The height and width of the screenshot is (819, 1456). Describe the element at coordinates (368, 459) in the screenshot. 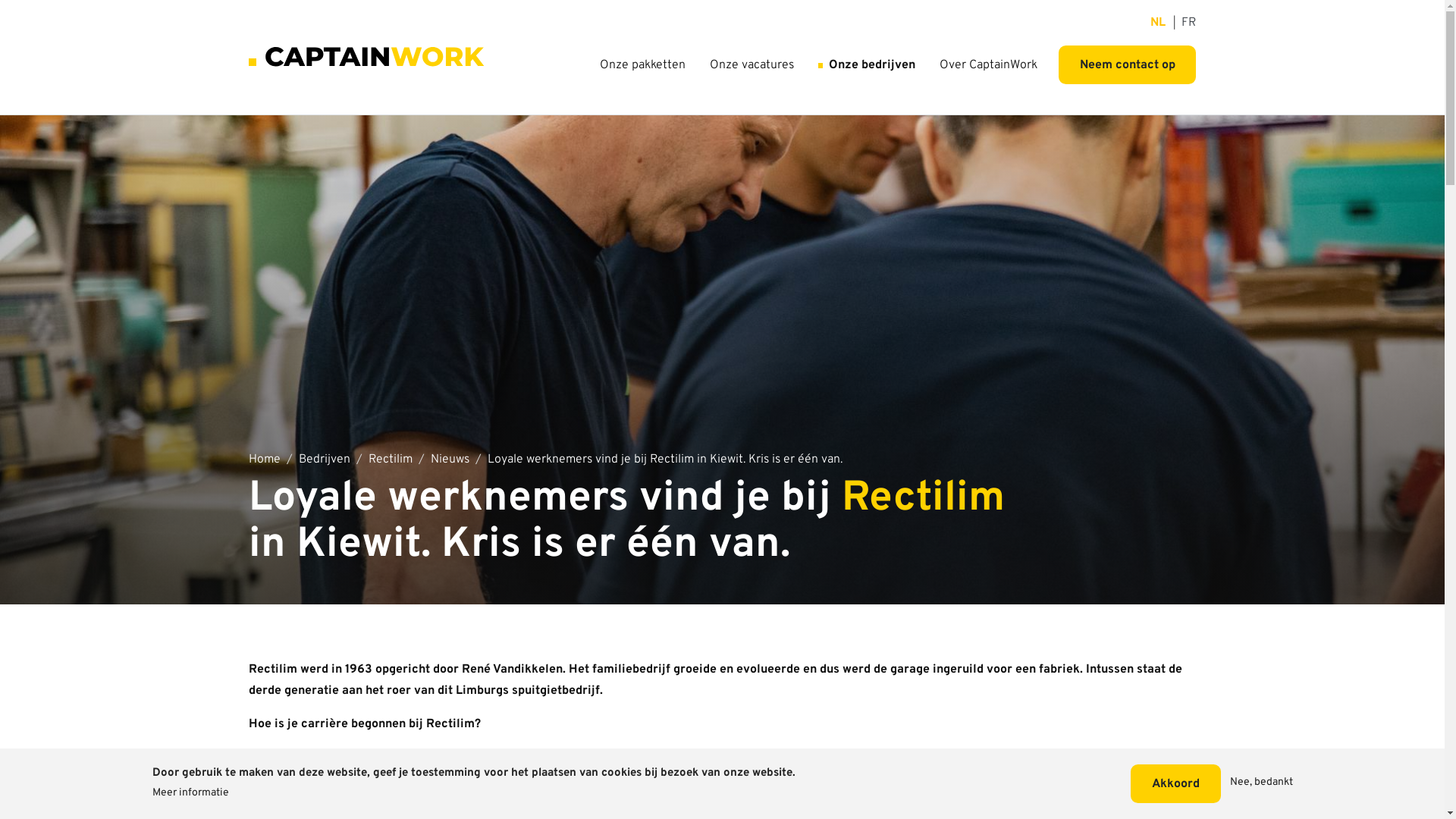

I see `'Rectilim'` at that location.